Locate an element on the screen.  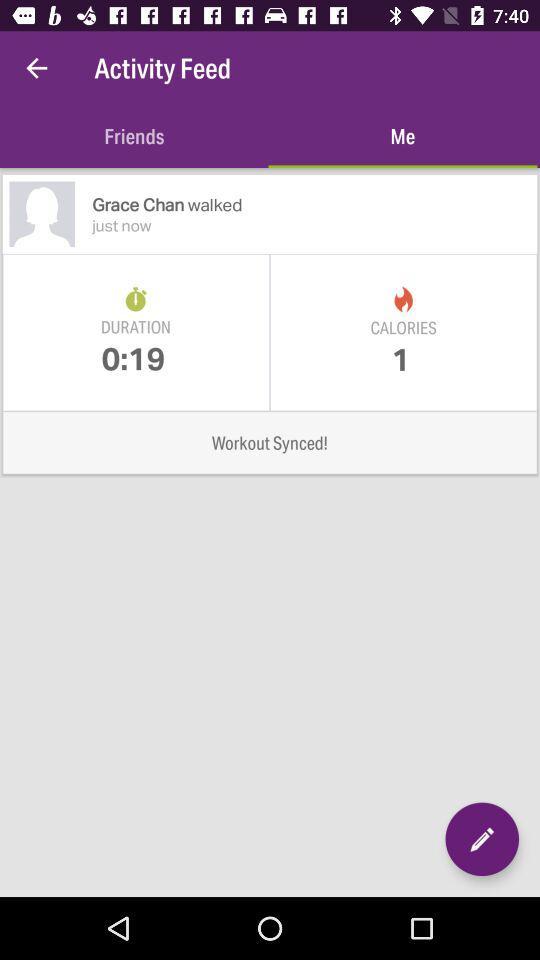
grace chan walked is located at coordinates (314, 204).